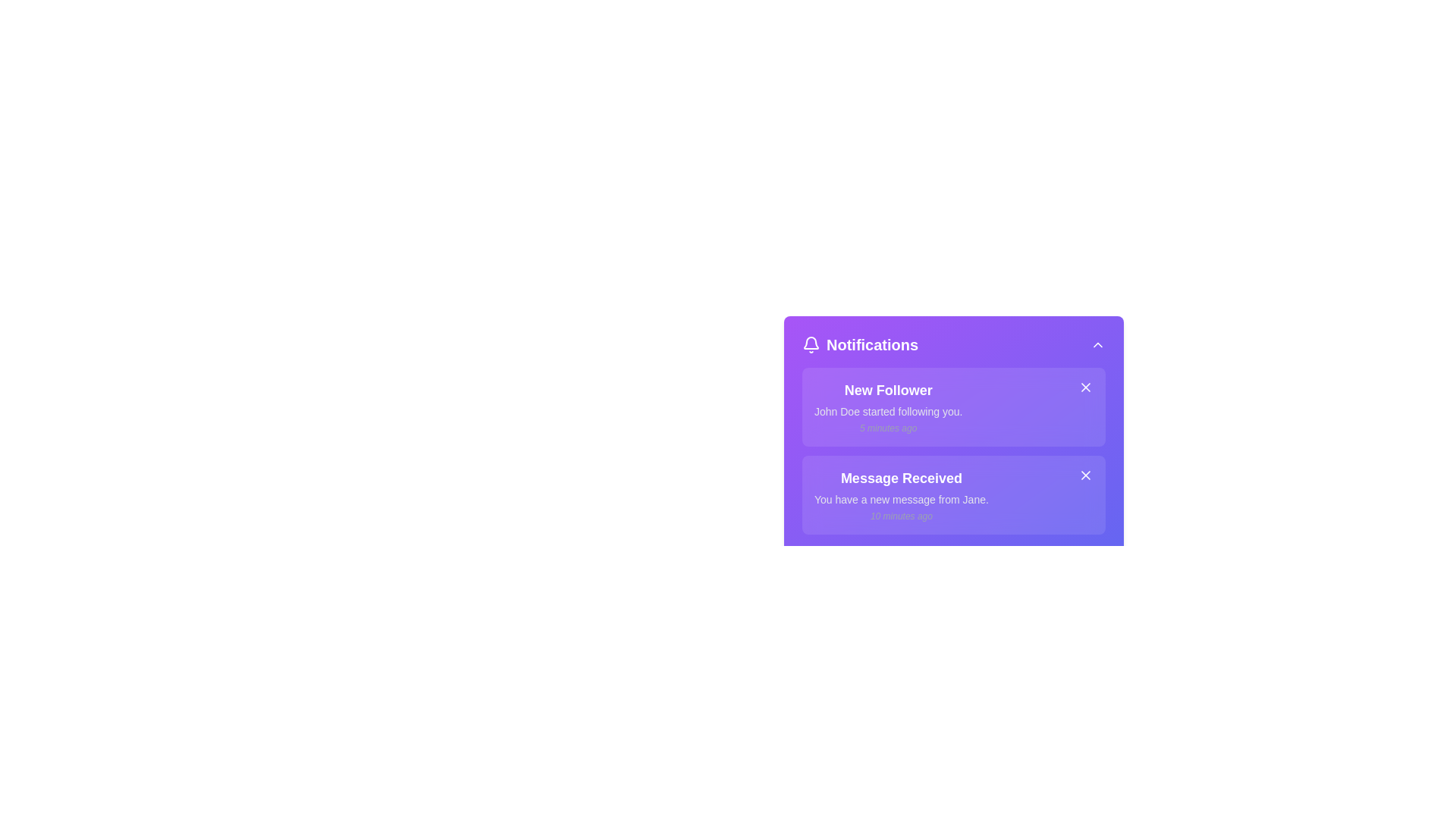  Describe the element at coordinates (952, 438) in the screenshot. I see `the Notification Card that displays notification information including a title, a brief description, and the time of the notification, located centrally in the viewport` at that location.